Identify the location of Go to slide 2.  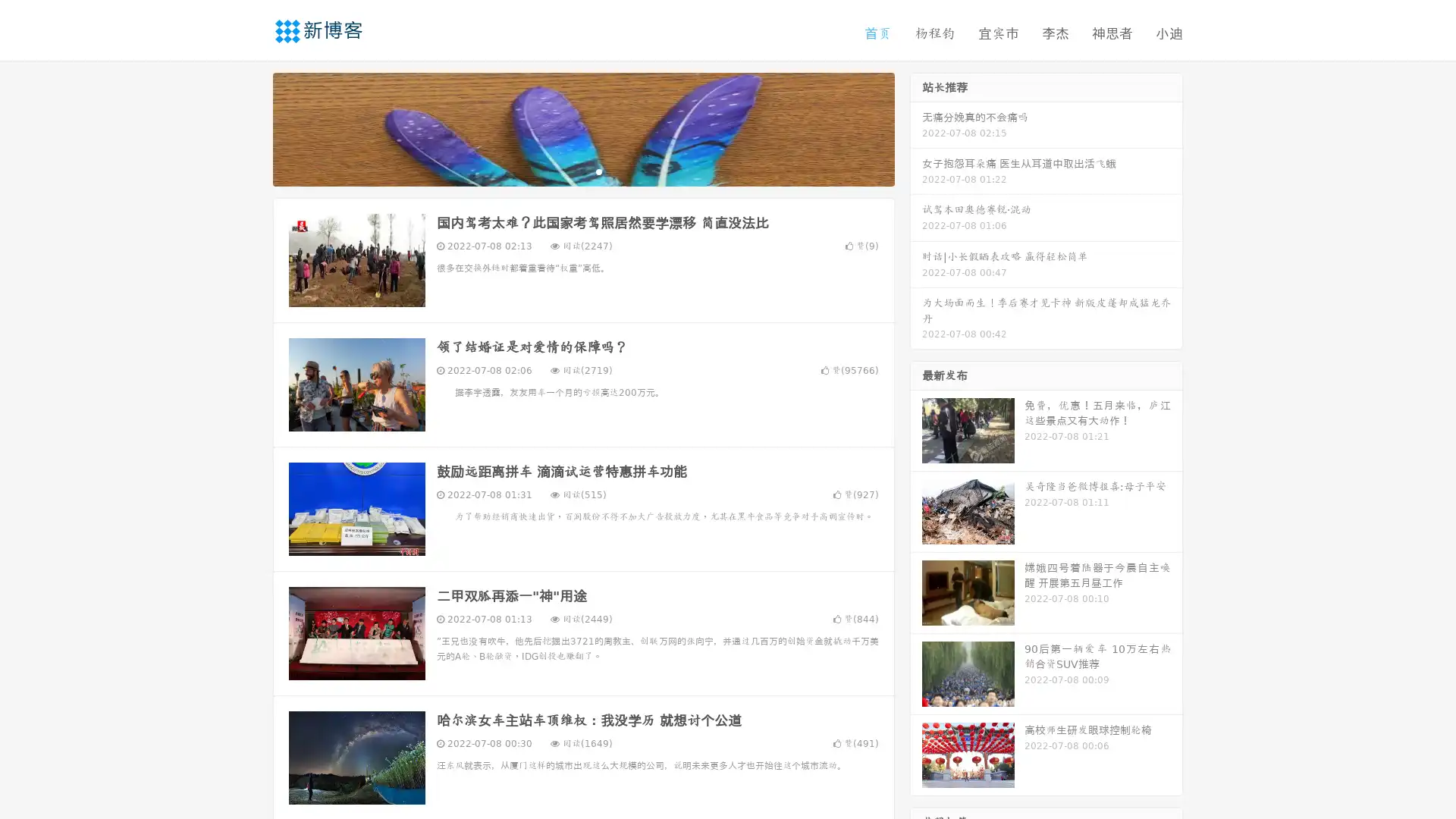
(582, 171).